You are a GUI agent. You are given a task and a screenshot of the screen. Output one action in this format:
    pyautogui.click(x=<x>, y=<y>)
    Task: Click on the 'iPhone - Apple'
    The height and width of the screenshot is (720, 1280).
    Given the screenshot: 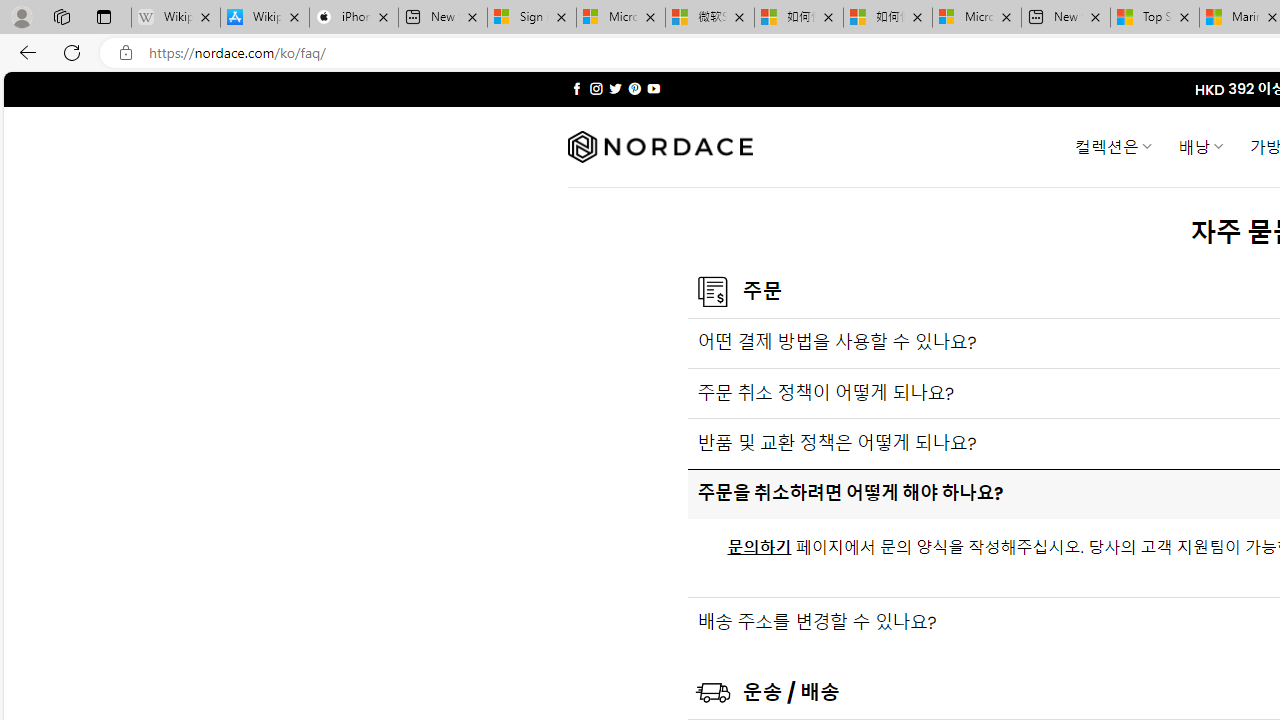 What is the action you would take?
    pyautogui.click(x=353, y=17)
    